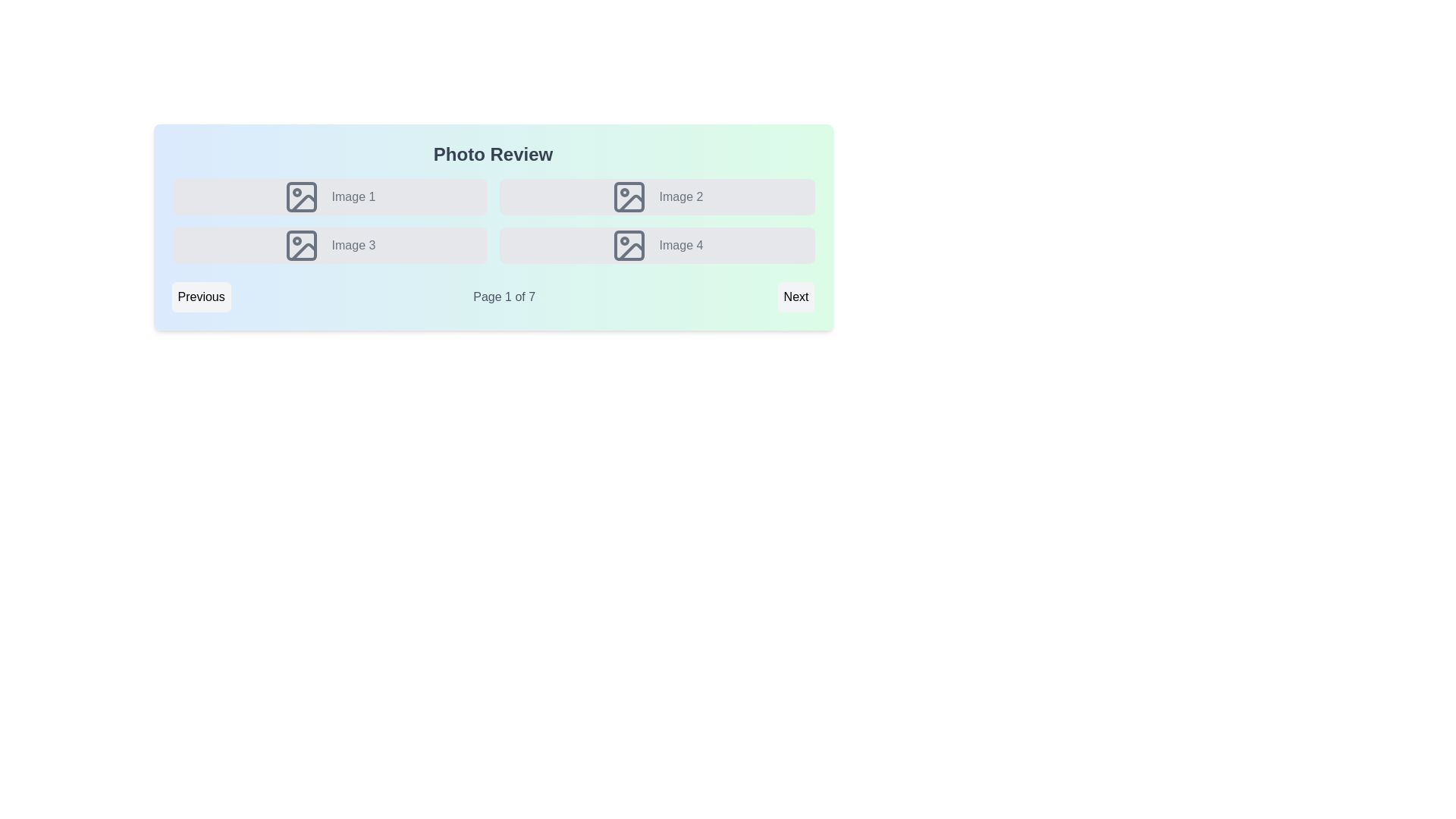 This screenshot has width=1456, height=819. What do you see at coordinates (657, 196) in the screenshot?
I see `the top-right selectable grid item which represents 'Image 2'` at bounding box center [657, 196].